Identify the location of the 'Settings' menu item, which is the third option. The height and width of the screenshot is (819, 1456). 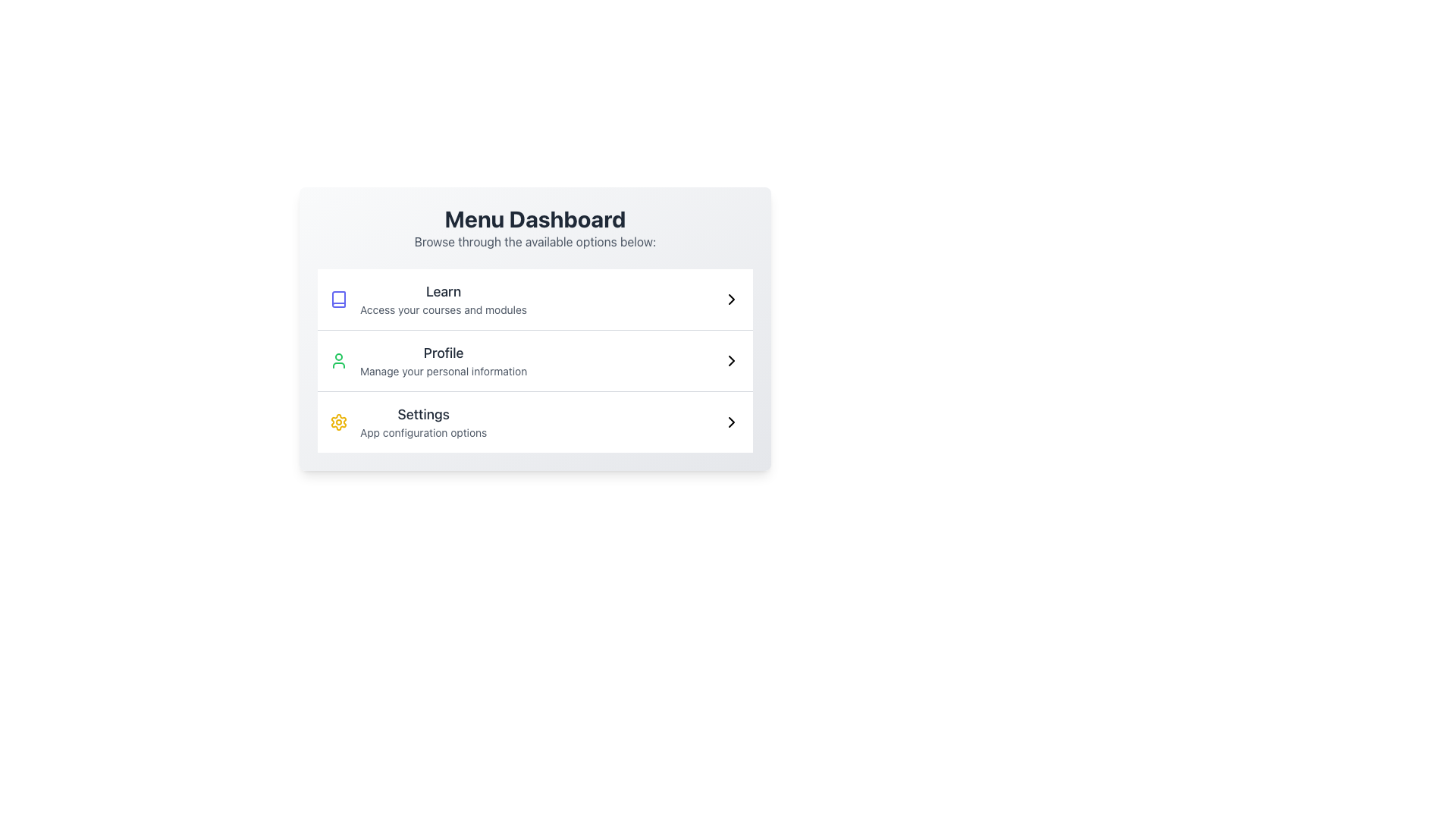
(408, 422).